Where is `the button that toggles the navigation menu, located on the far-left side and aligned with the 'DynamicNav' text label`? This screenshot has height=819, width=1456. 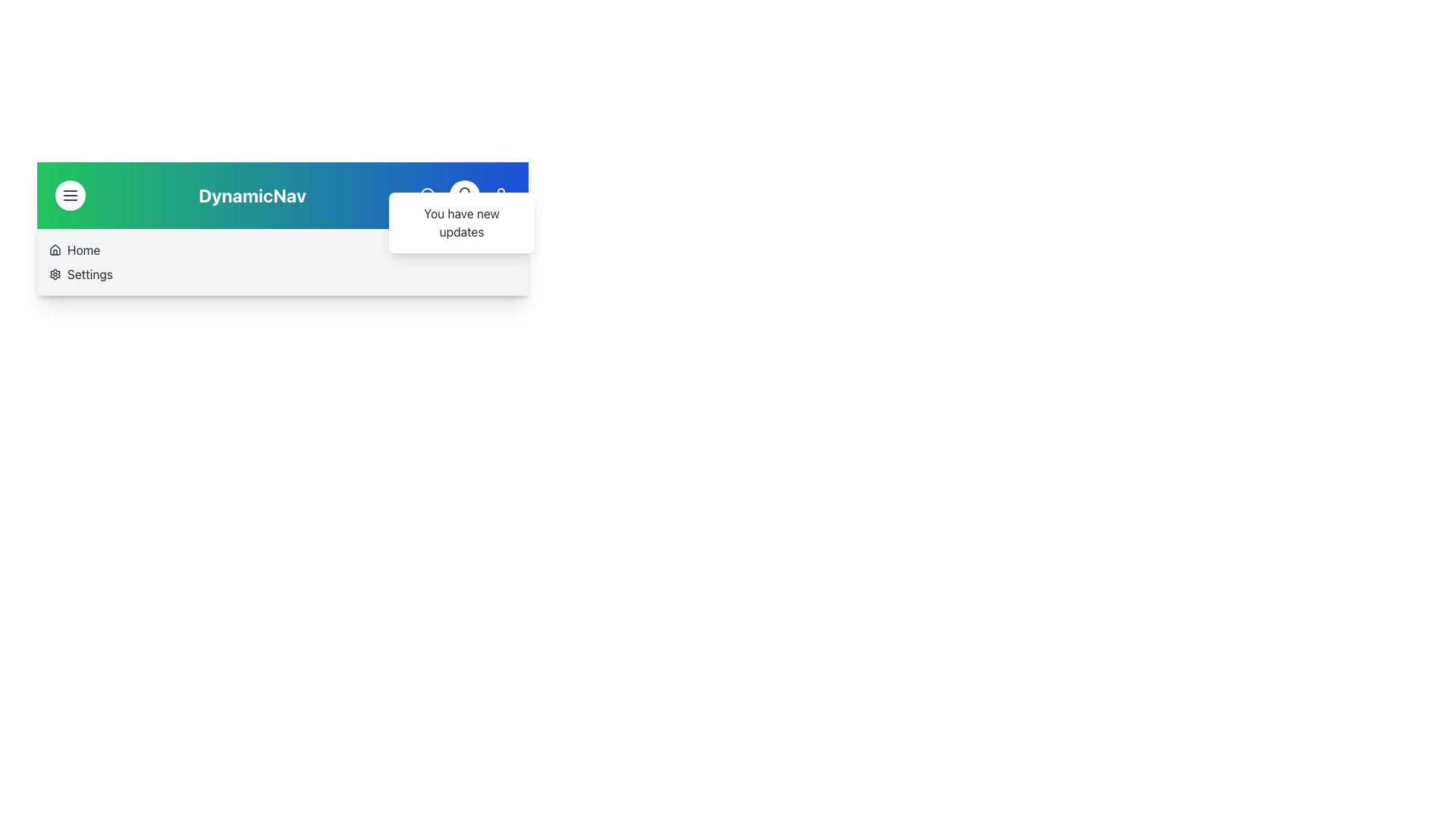 the button that toggles the navigation menu, located on the far-left side and aligned with the 'DynamicNav' text label is located at coordinates (69, 195).